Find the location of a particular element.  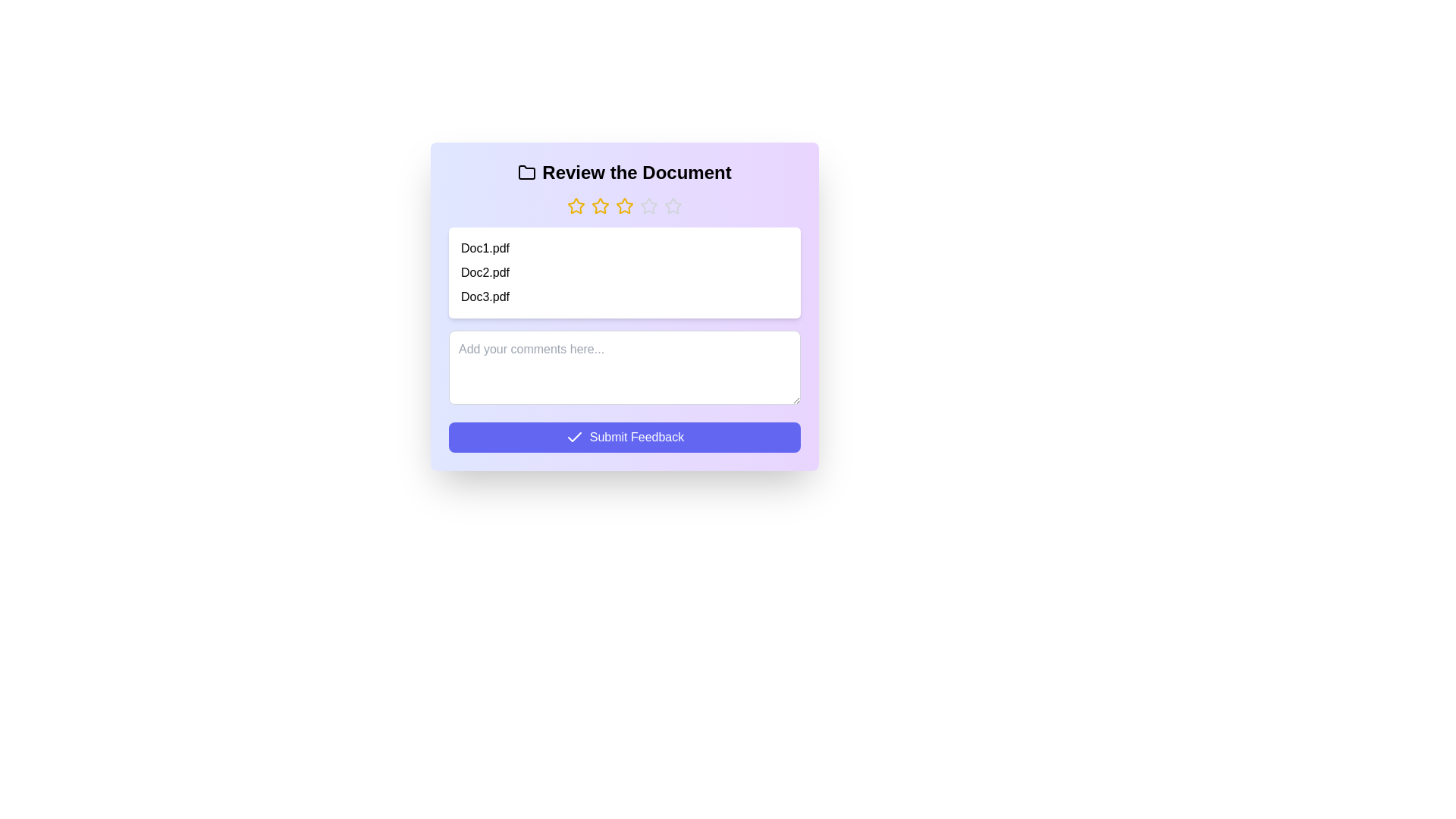

the rating to 5 stars by clicking on the corresponding star button is located at coordinates (673, 206).